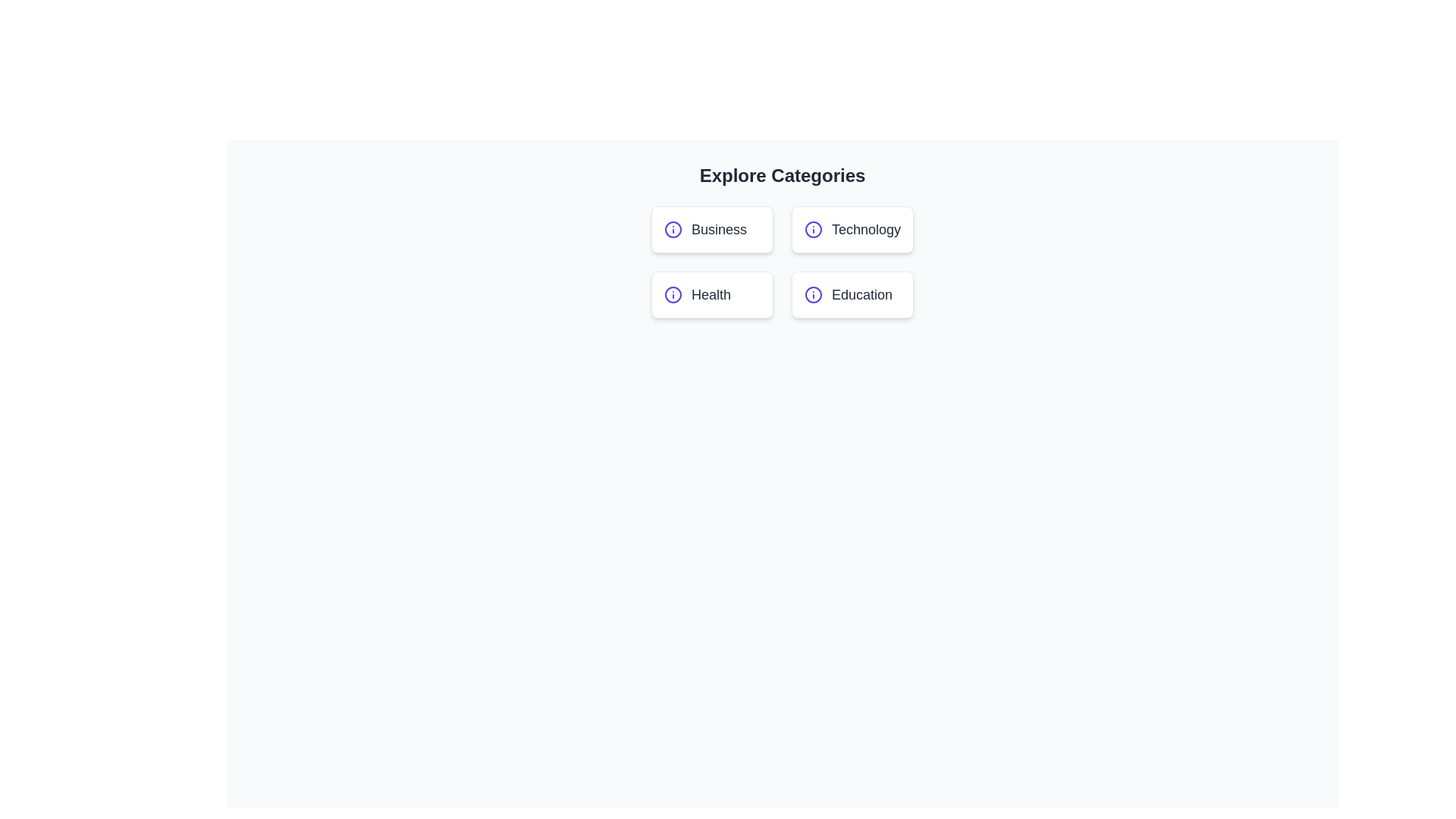  I want to click on the label displaying the name of a category in the top-right quadrant of the grid layout, specifically the second category in the top row, so click(866, 230).